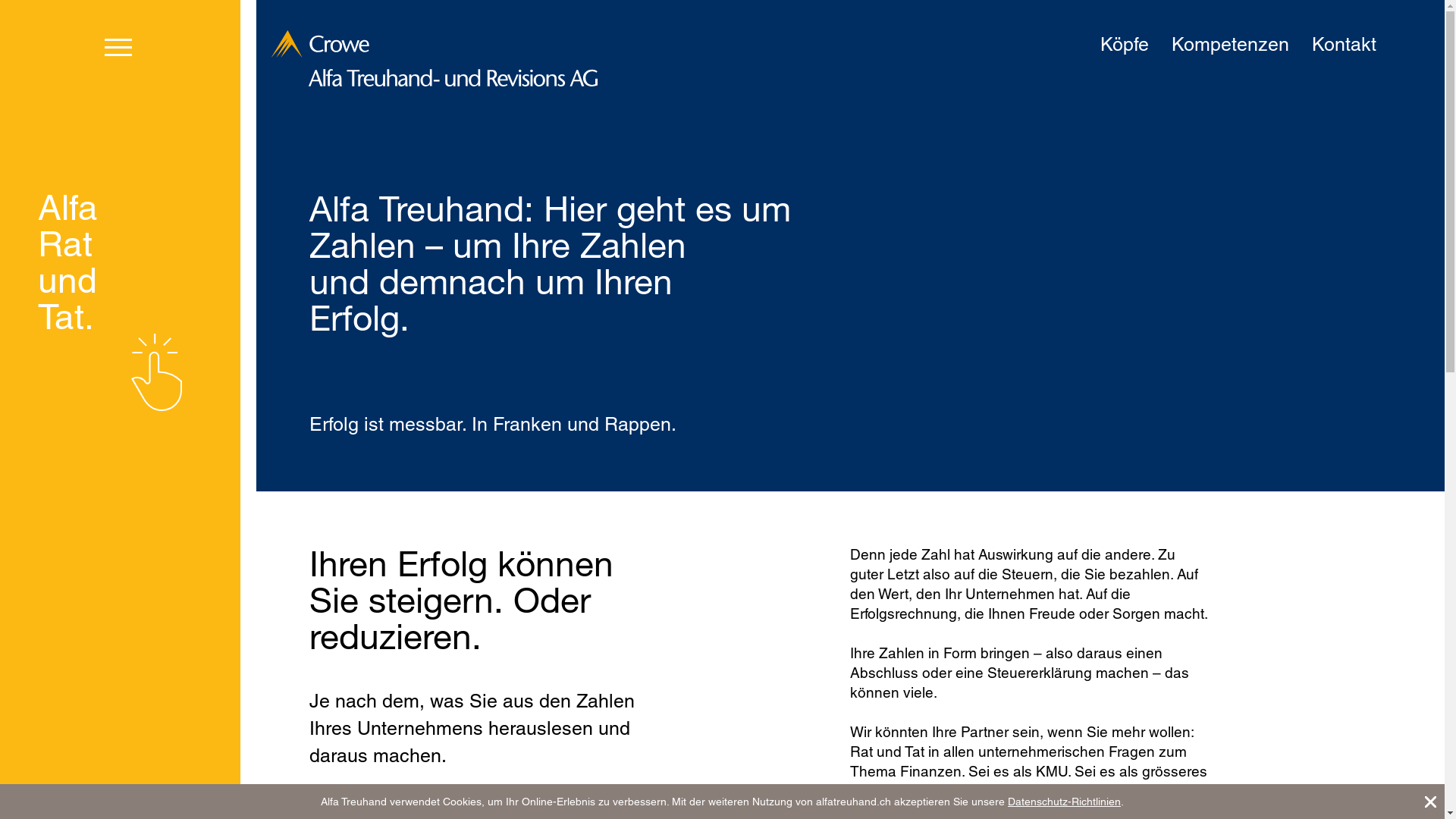 The width and height of the screenshot is (1456, 819). Describe the element at coordinates (117, 43) in the screenshot. I see `'toggle menu'` at that location.